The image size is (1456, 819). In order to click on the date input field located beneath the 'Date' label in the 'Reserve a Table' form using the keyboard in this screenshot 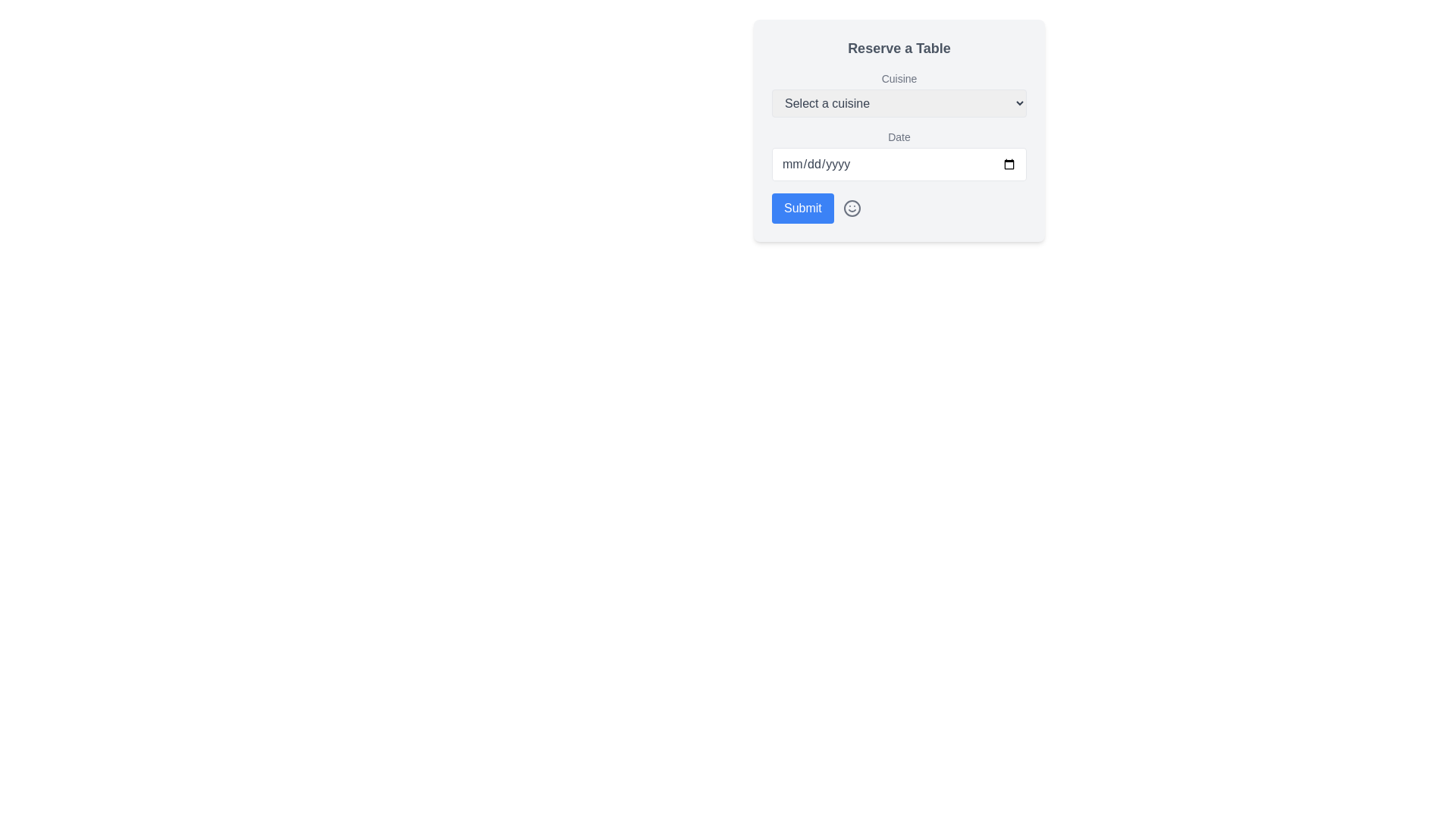, I will do `click(899, 164)`.